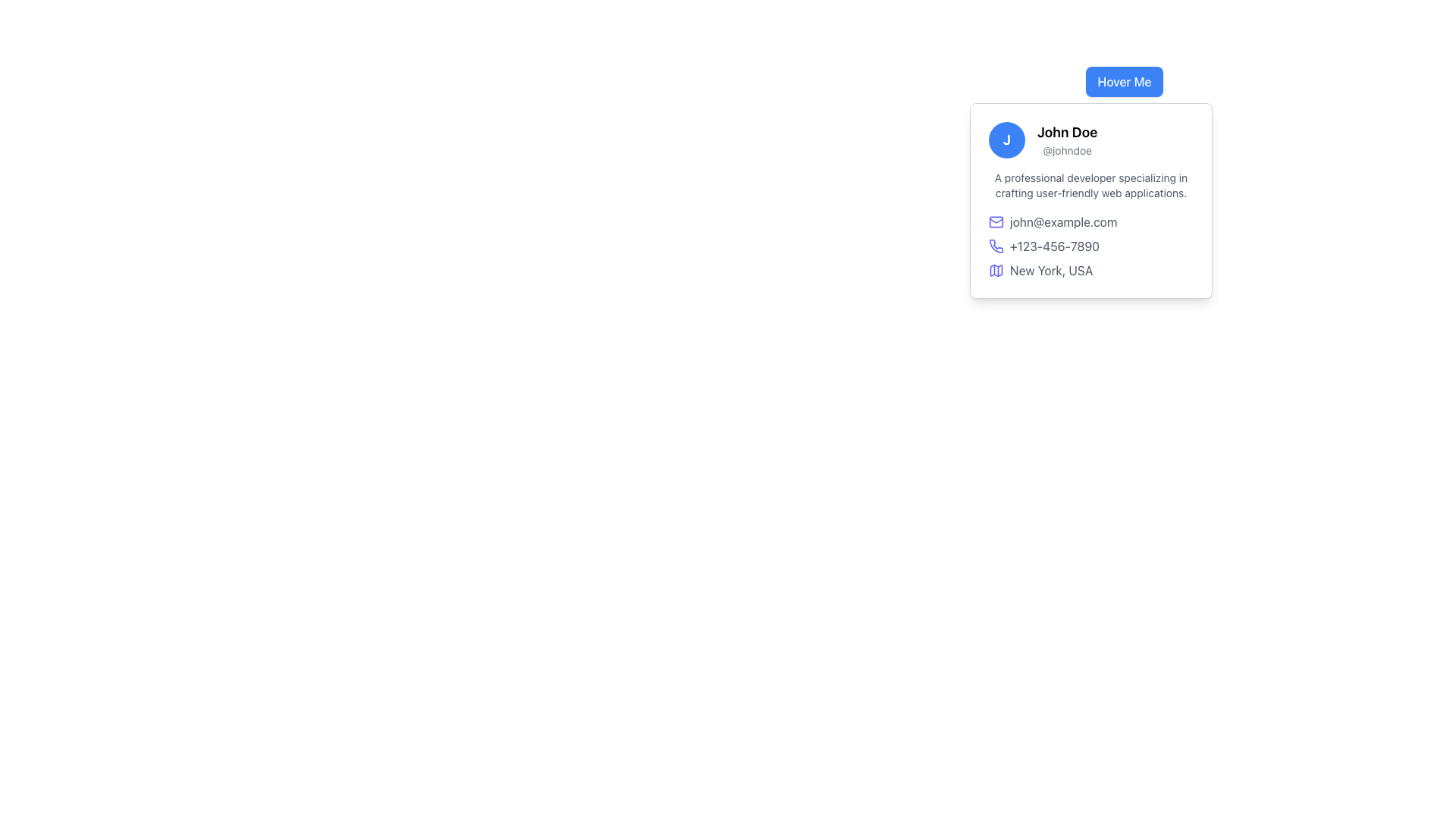  I want to click on the circular blue user avatar placeholder with a white letter 'J' in its center to interact, so click(1007, 140).